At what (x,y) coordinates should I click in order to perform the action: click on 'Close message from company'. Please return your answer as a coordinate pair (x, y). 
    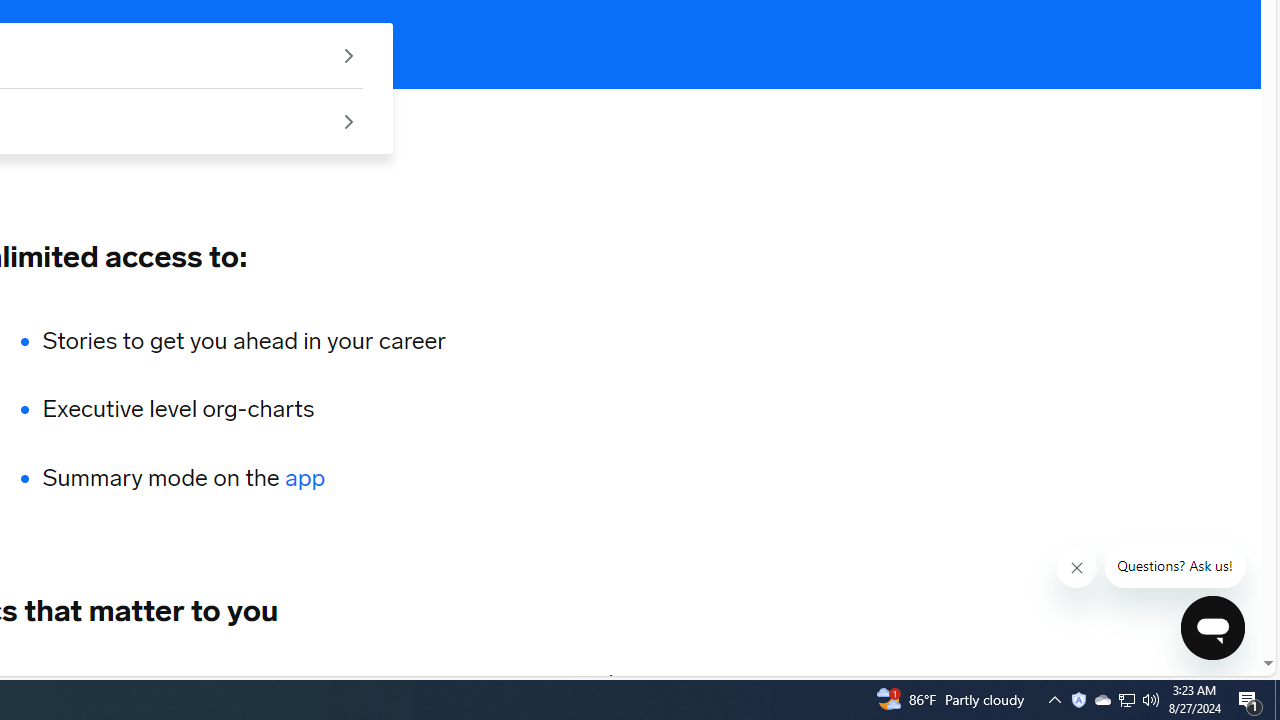
    Looking at the image, I should click on (1076, 568).